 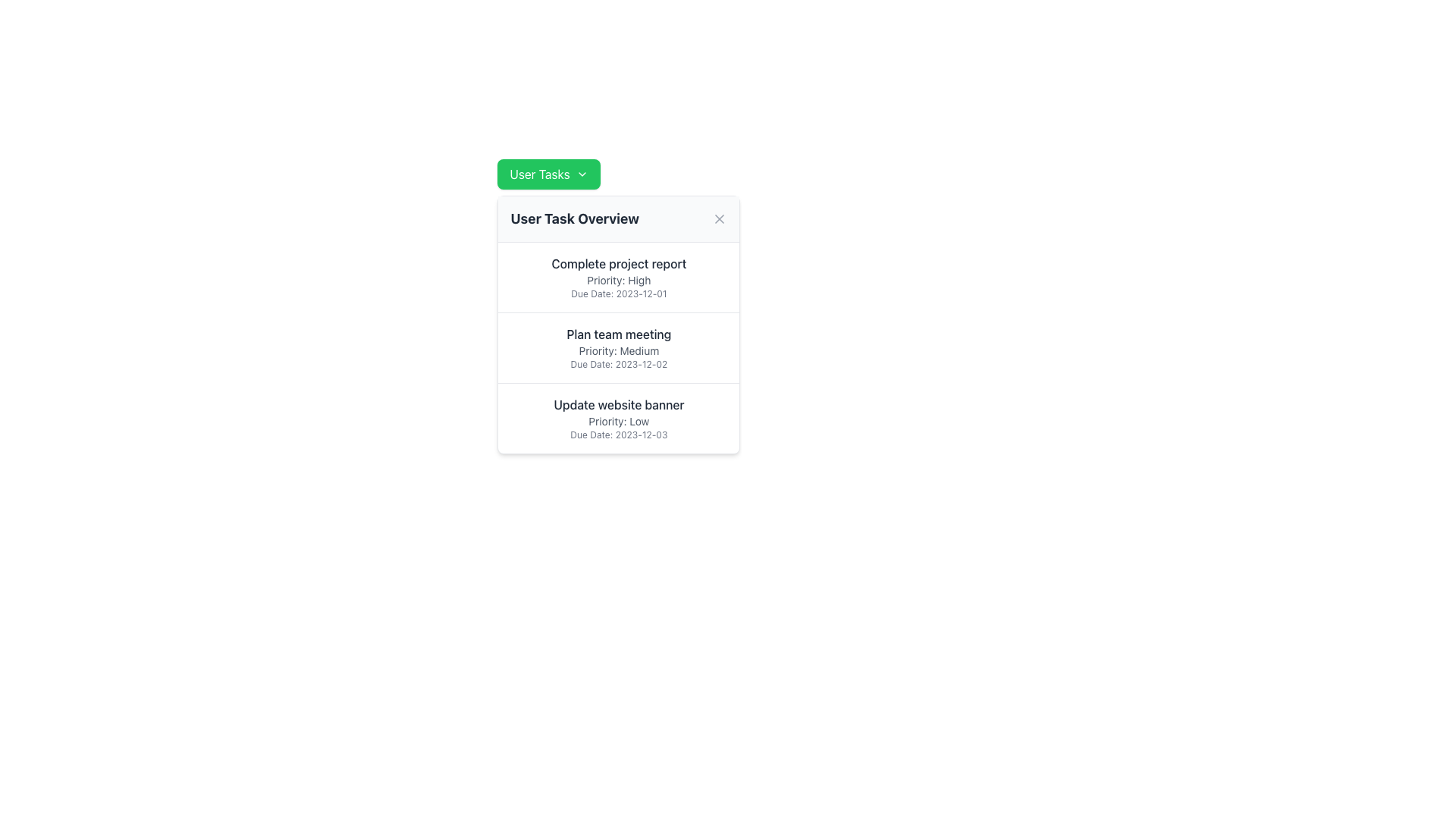 What do you see at coordinates (619, 278) in the screenshot?
I see `the non-interactive text block displaying the task summary 'Complete project report', which includes 'Priority: High' and 'Due Date: 2023-12-01'` at bounding box center [619, 278].